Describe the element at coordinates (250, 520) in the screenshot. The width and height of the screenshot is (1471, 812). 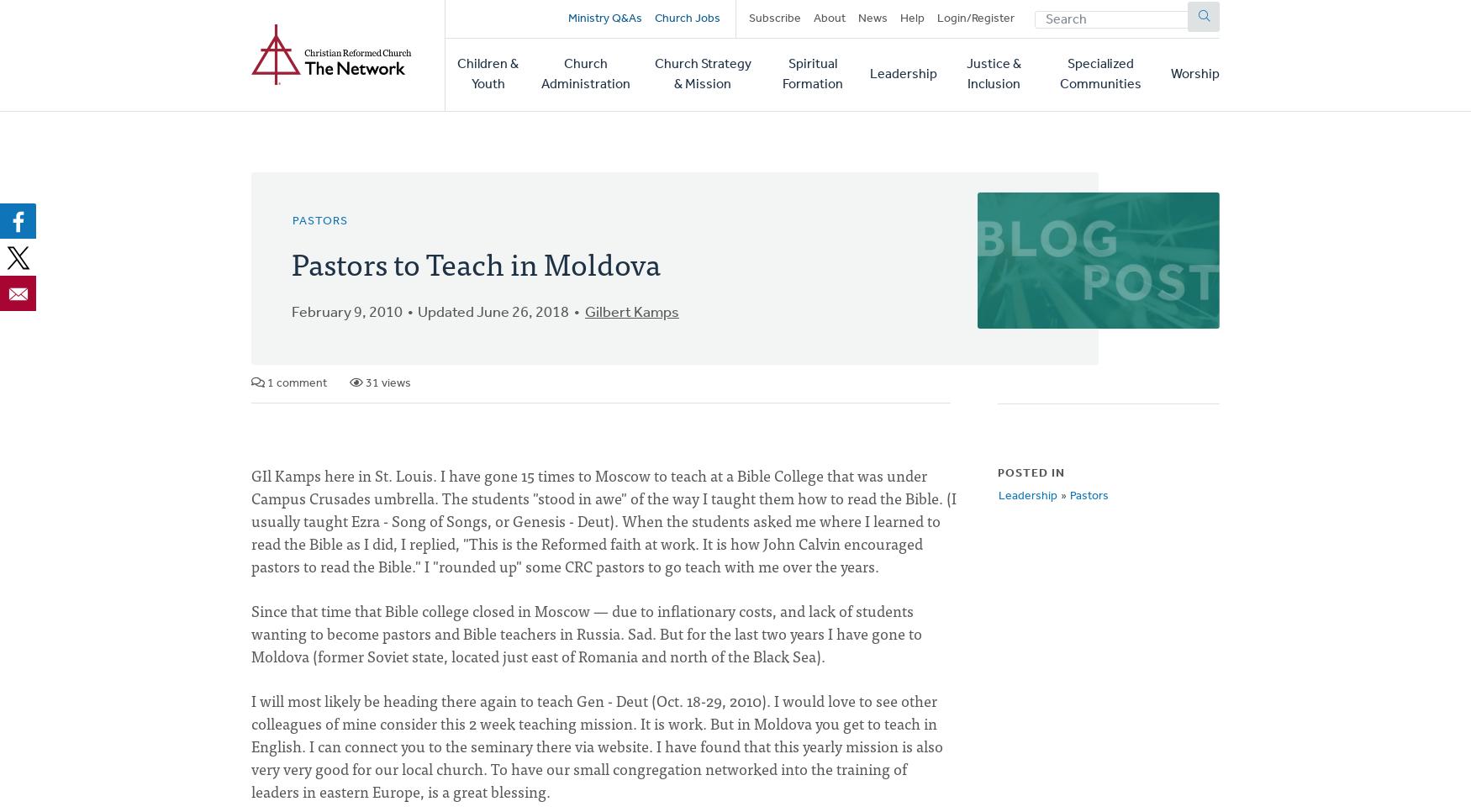
I see `'GIl Kamps here in St. Louis. I have gone 15 times to Moscow to teach at a Bible College that was under Campus Crusades umbrella. The students "stood in awe" of the way I taught them how to read the Bible. (I usually taught Ezra - Song of Songs, or Genesis - Deut). When the students asked me where I learned to read the Bible as I did, I replied, "This is the Reformed faith at work. It is how John Calvin encouraged pastors to read the Bible." I "rounded up" some CRC pastors to go teach with me over the years.'` at that location.